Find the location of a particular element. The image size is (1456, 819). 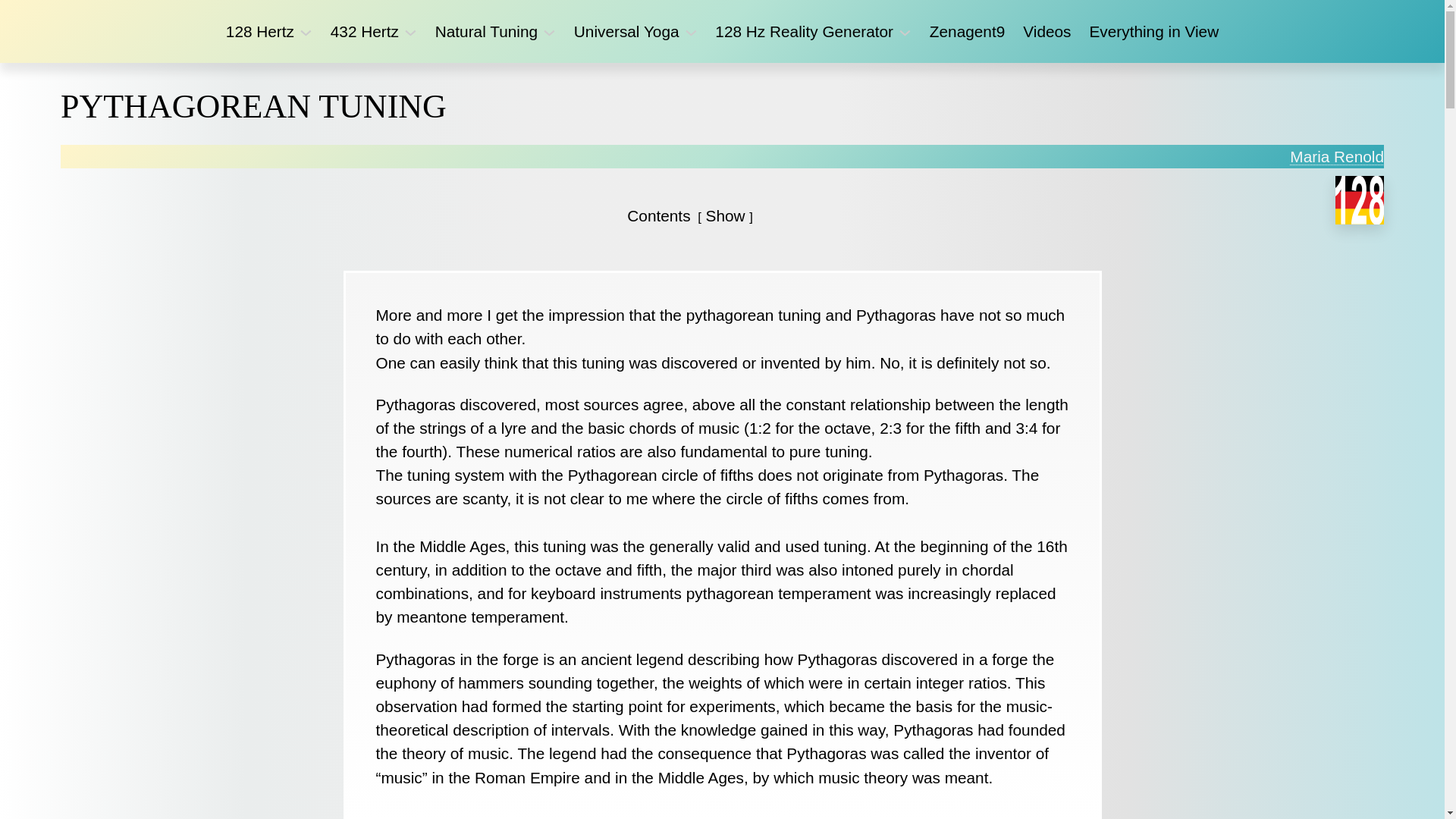

'Universal Yoga' is located at coordinates (573, 31).